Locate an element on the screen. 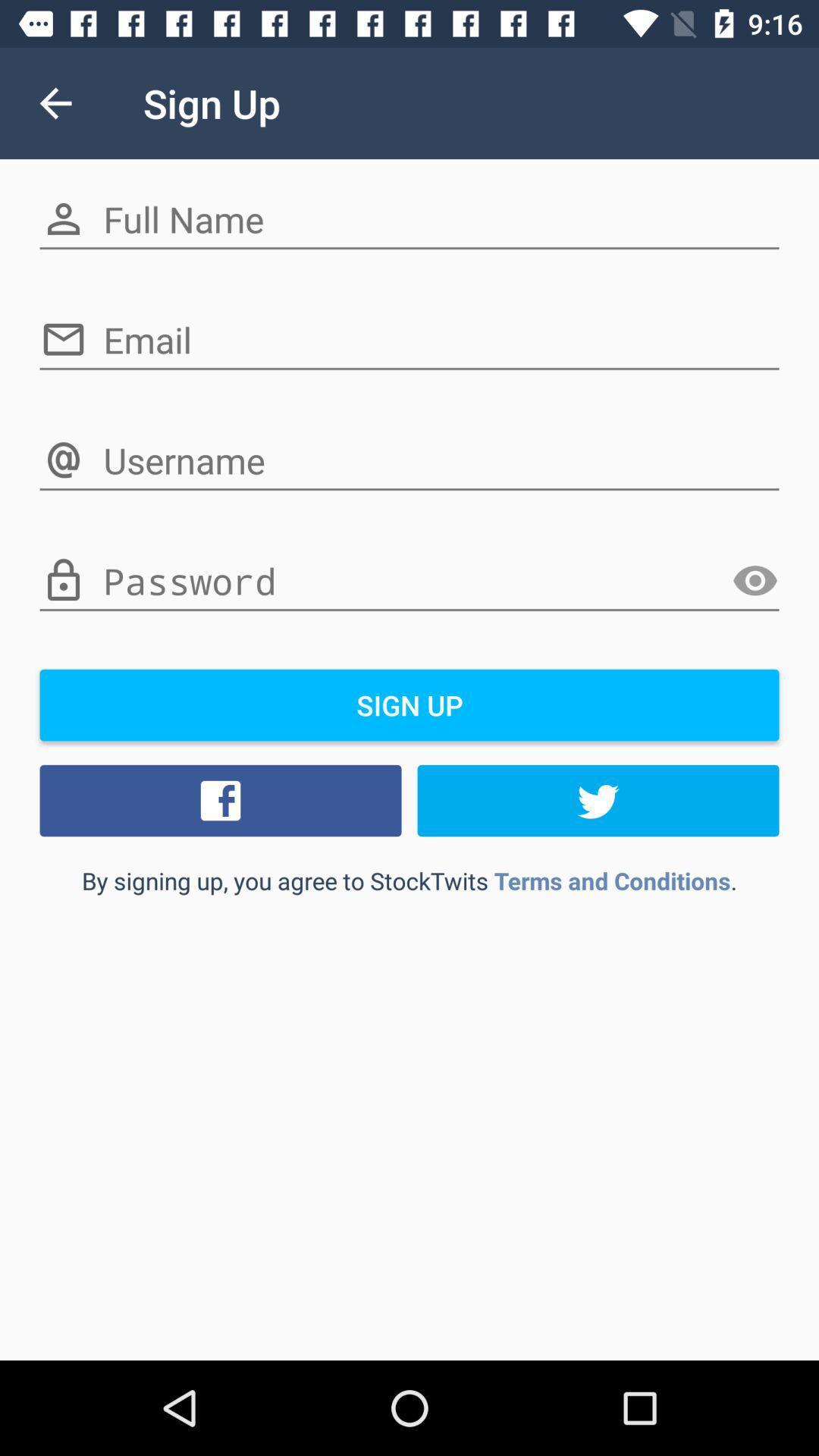 This screenshot has height=1456, width=819. icon above sign up is located at coordinates (409, 581).